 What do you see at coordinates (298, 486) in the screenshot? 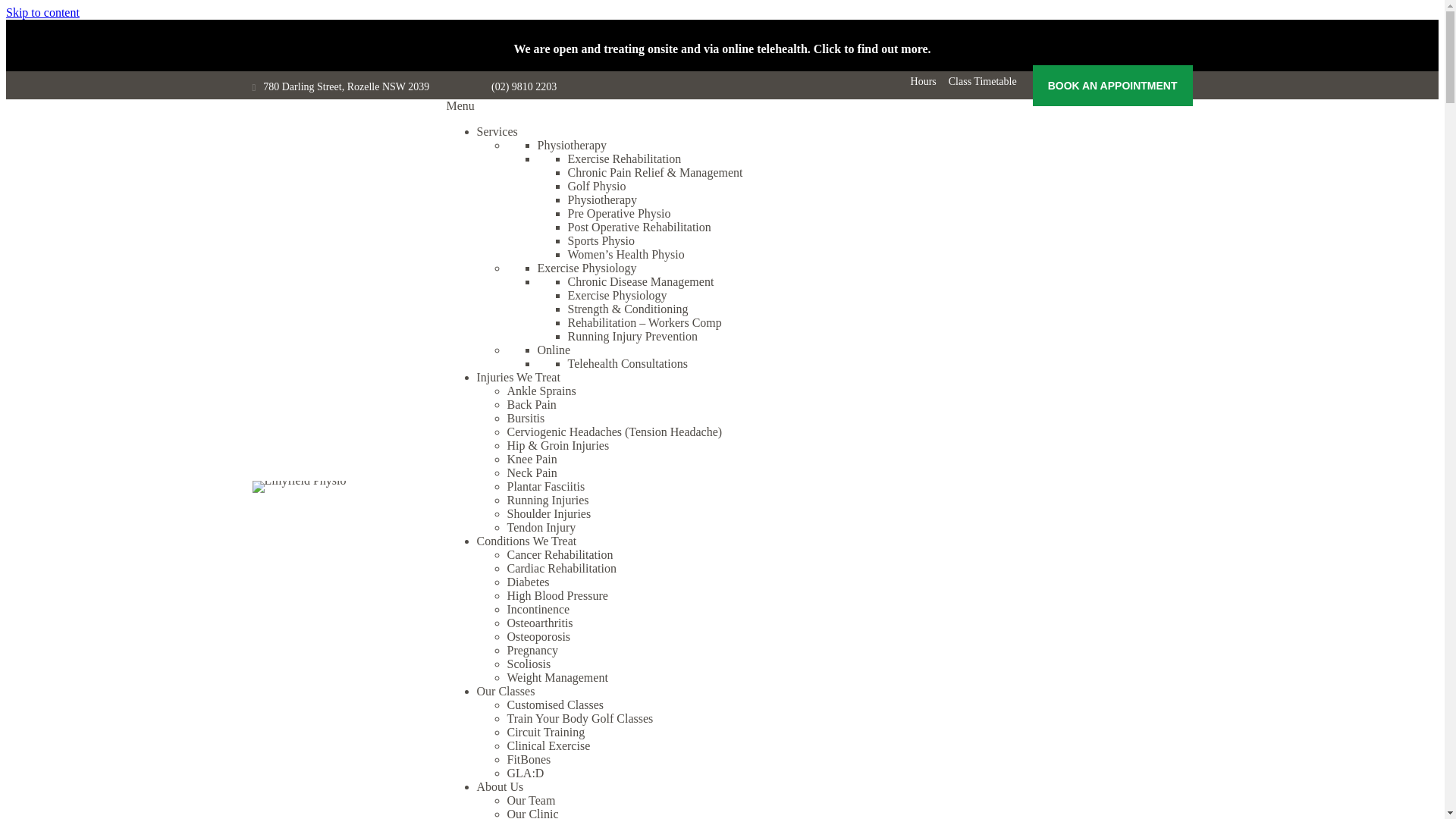
I see `'Lillyfield Physio'` at bounding box center [298, 486].